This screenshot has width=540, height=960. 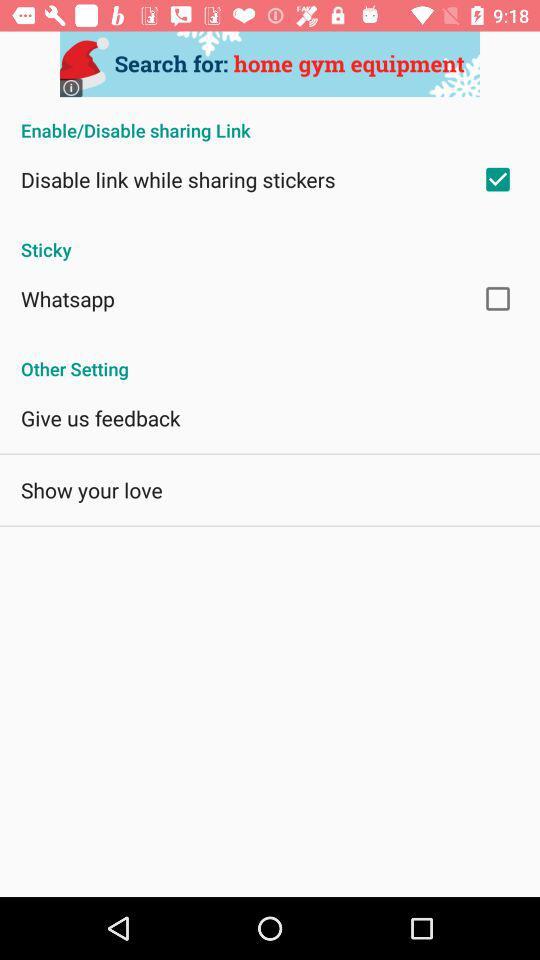 What do you see at coordinates (67, 297) in the screenshot?
I see `icon above the other setting app` at bounding box center [67, 297].